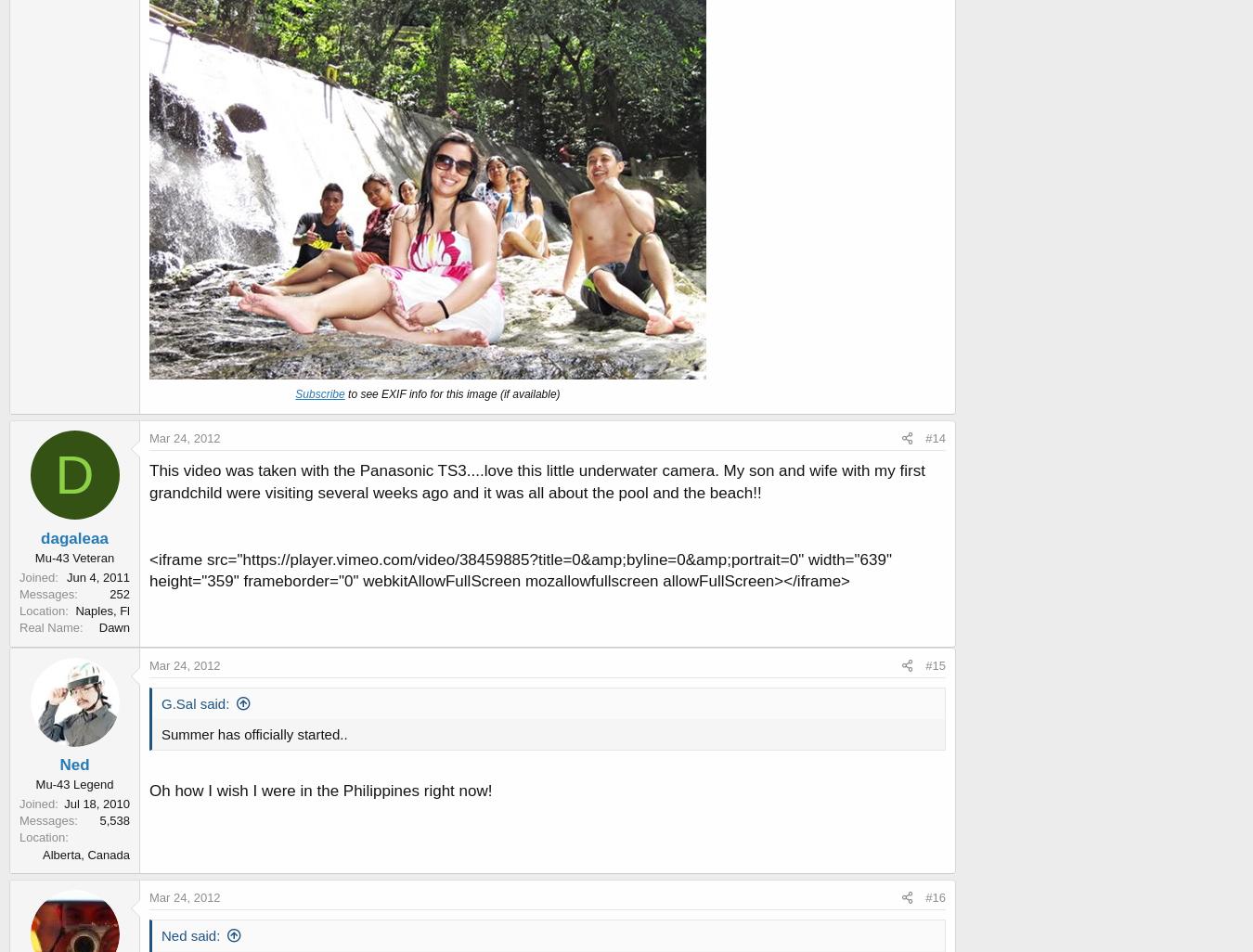 The height and width of the screenshot is (952, 1253). Describe the element at coordinates (120, 593) in the screenshot. I see `'252'` at that location.